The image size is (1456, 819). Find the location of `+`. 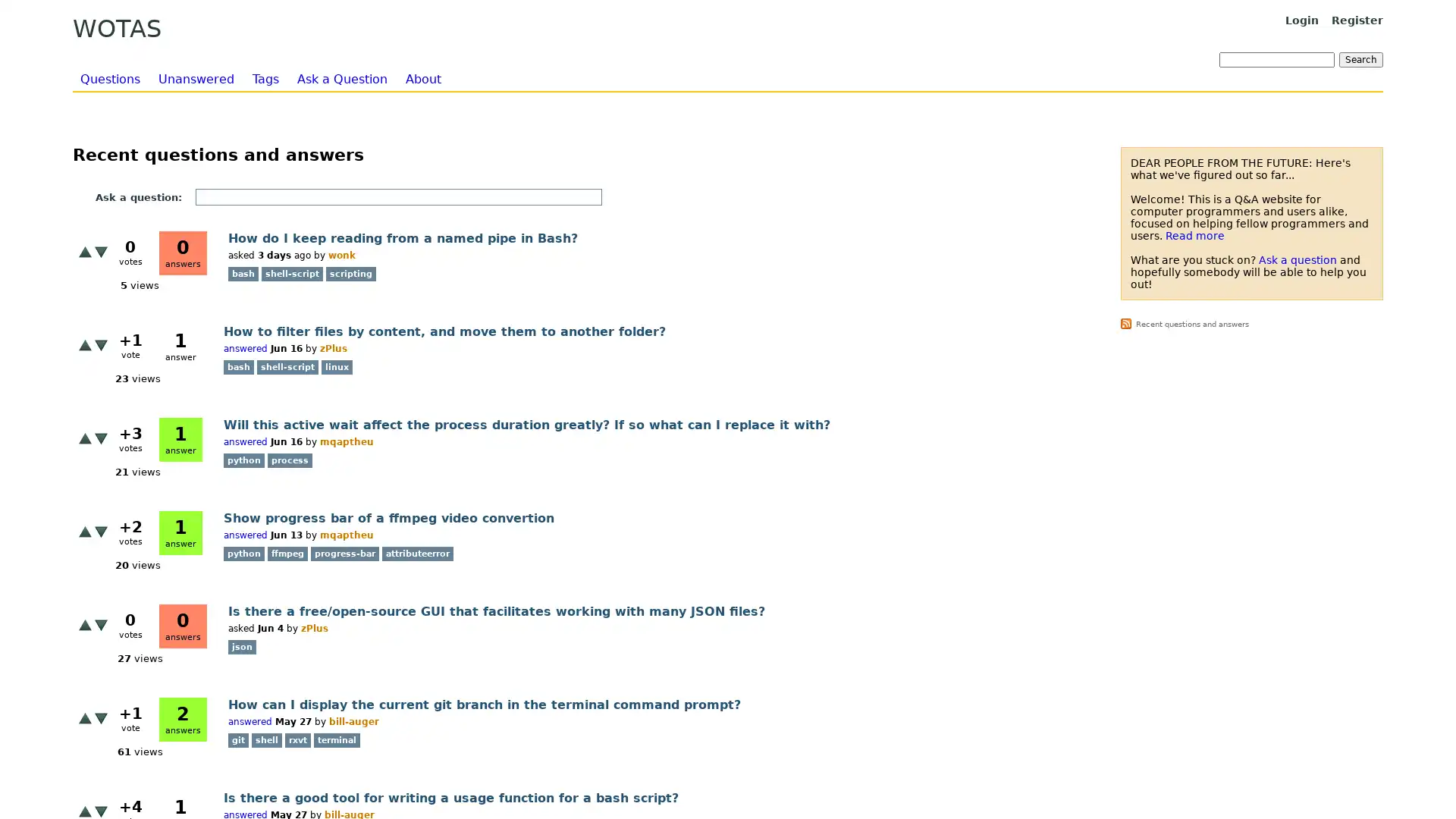

+ is located at coordinates (84, 717).